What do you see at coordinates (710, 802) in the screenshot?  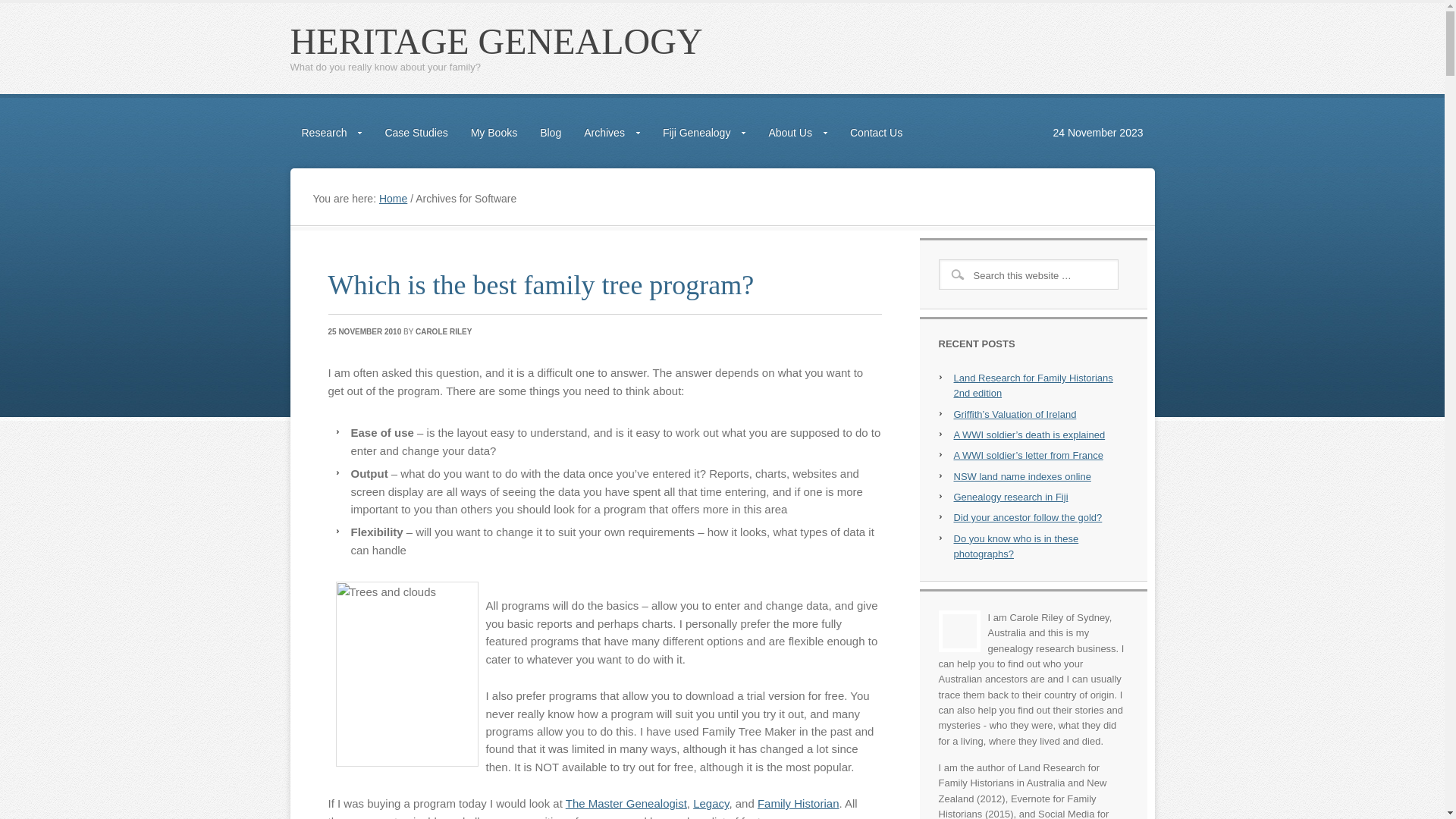 I see `'Legacy'` at bounding box center [710, 802].